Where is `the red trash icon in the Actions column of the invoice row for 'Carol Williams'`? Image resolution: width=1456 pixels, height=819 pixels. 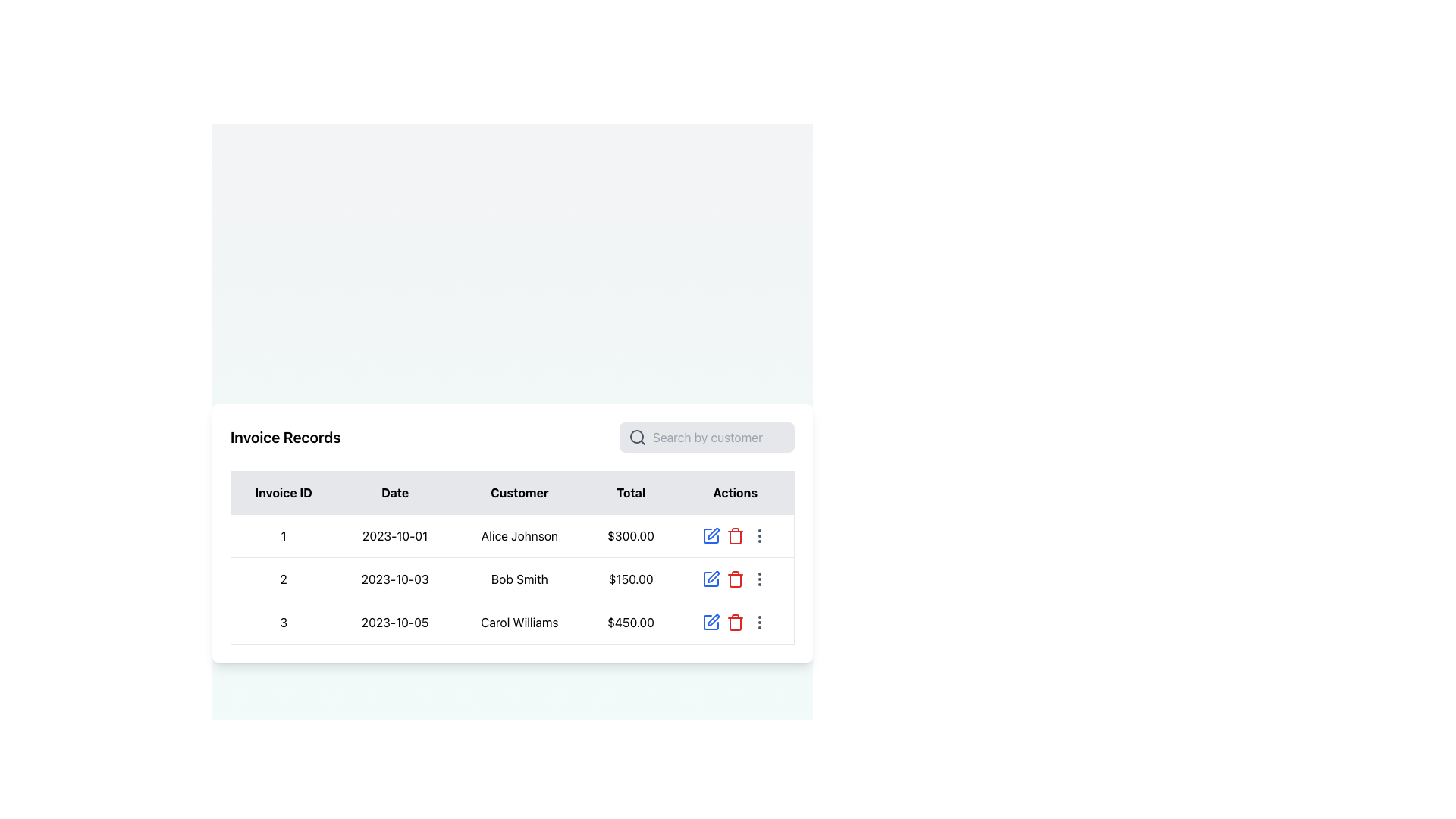 the red trash icon in the Actions column of the invoice row for 'Carol Williams' is located at coordinates (735, 622).